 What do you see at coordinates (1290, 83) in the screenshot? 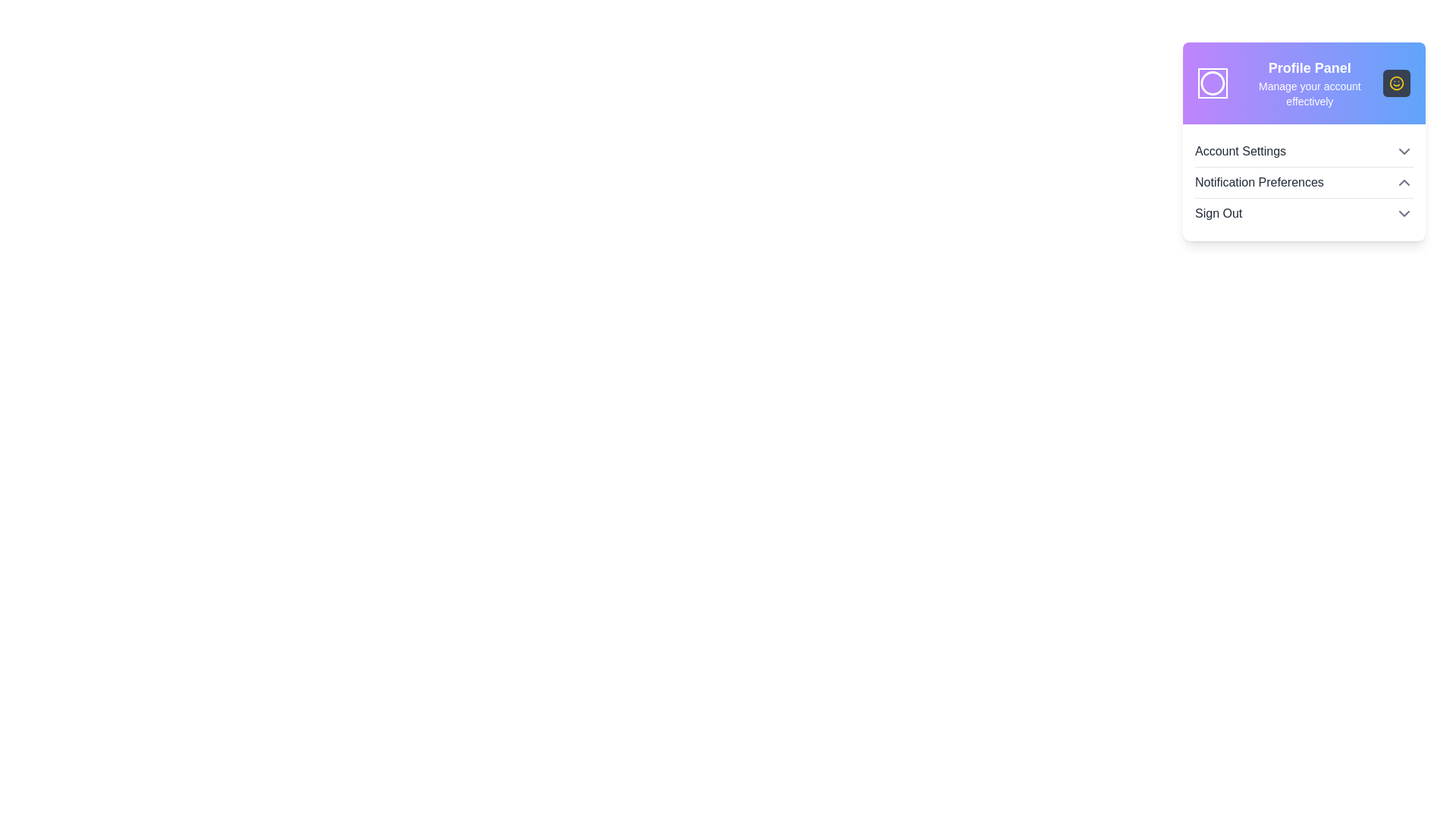
I see `the circular icon in the Profile Panel header for profile actions` at bounding box center [1290, 83].